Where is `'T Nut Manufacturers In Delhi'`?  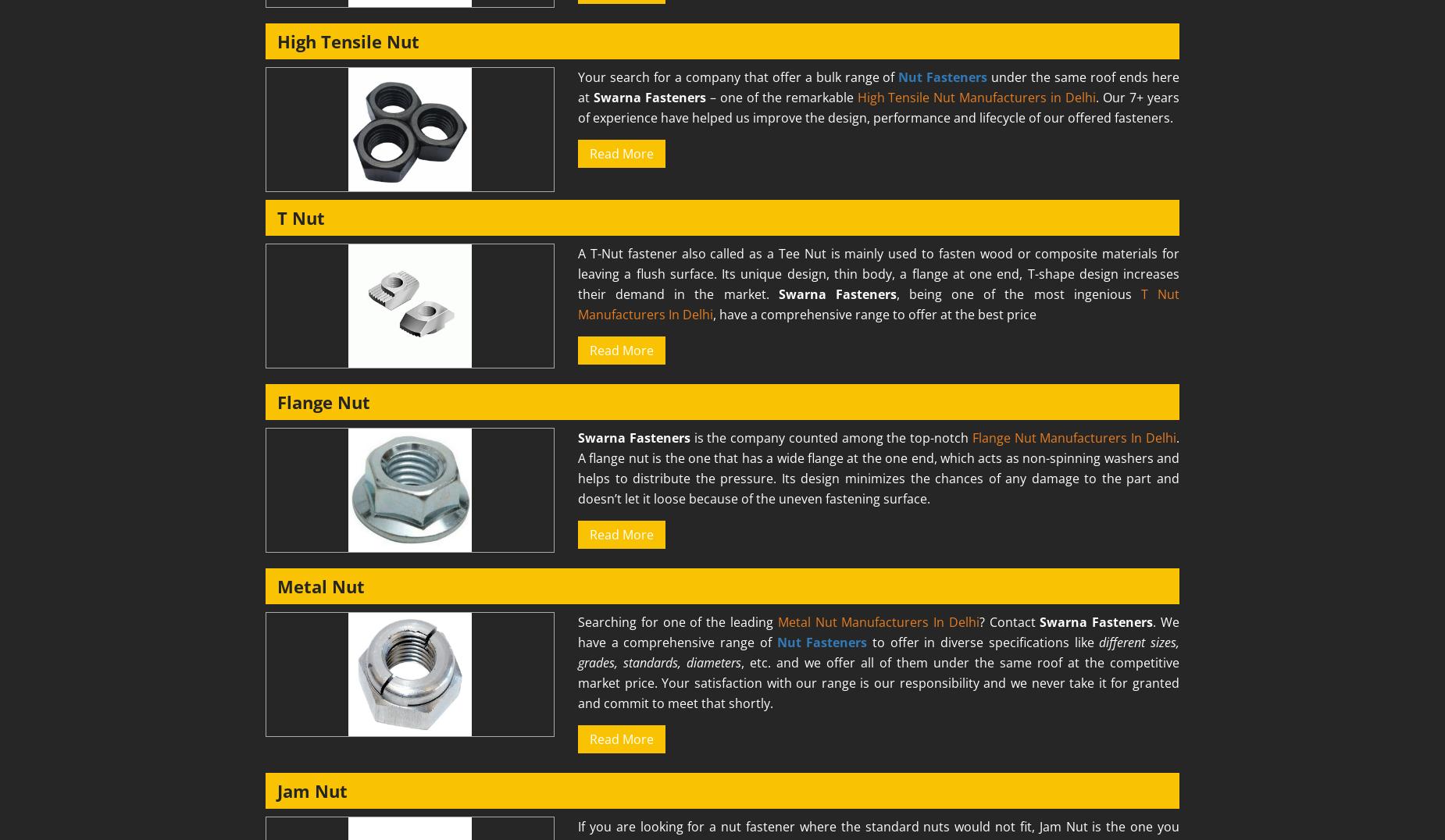 'T Nut Manufacturers In Delhi' is located at coordinates (877, 304).